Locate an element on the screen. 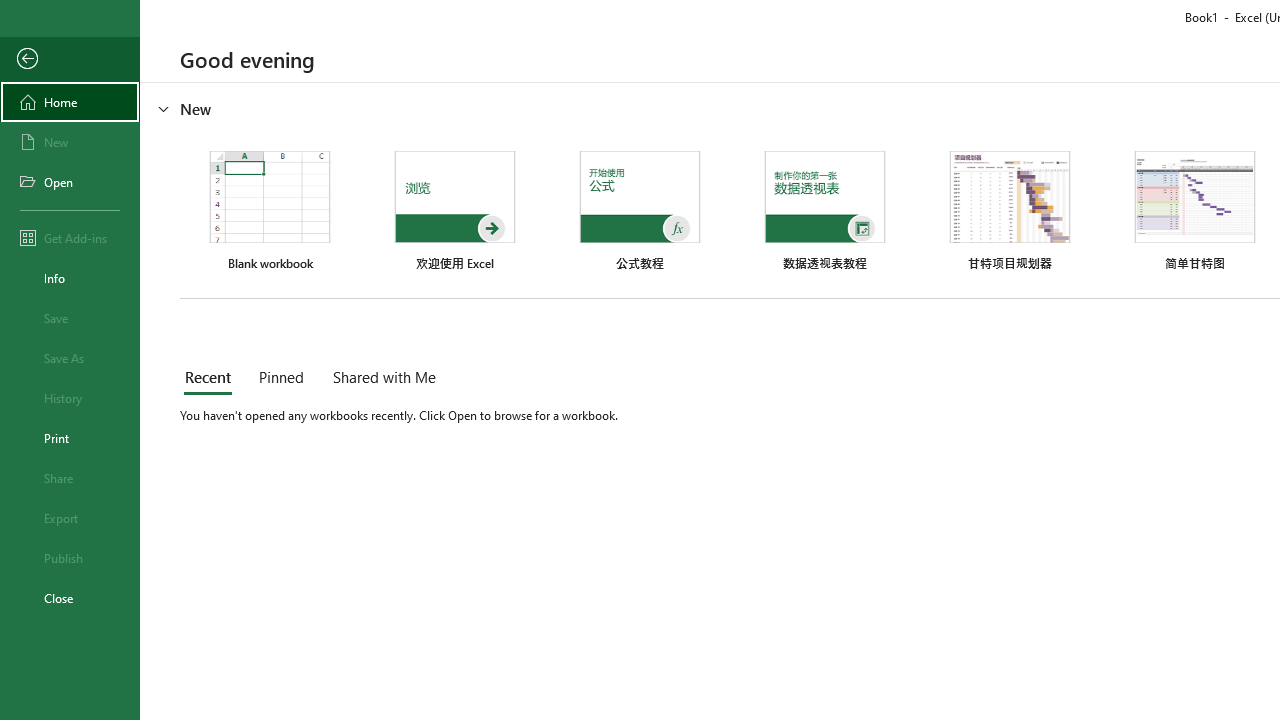 The width and height of the screenshot is (1280, 720). 'Shared with Me' is located at coordinates (380, 379).